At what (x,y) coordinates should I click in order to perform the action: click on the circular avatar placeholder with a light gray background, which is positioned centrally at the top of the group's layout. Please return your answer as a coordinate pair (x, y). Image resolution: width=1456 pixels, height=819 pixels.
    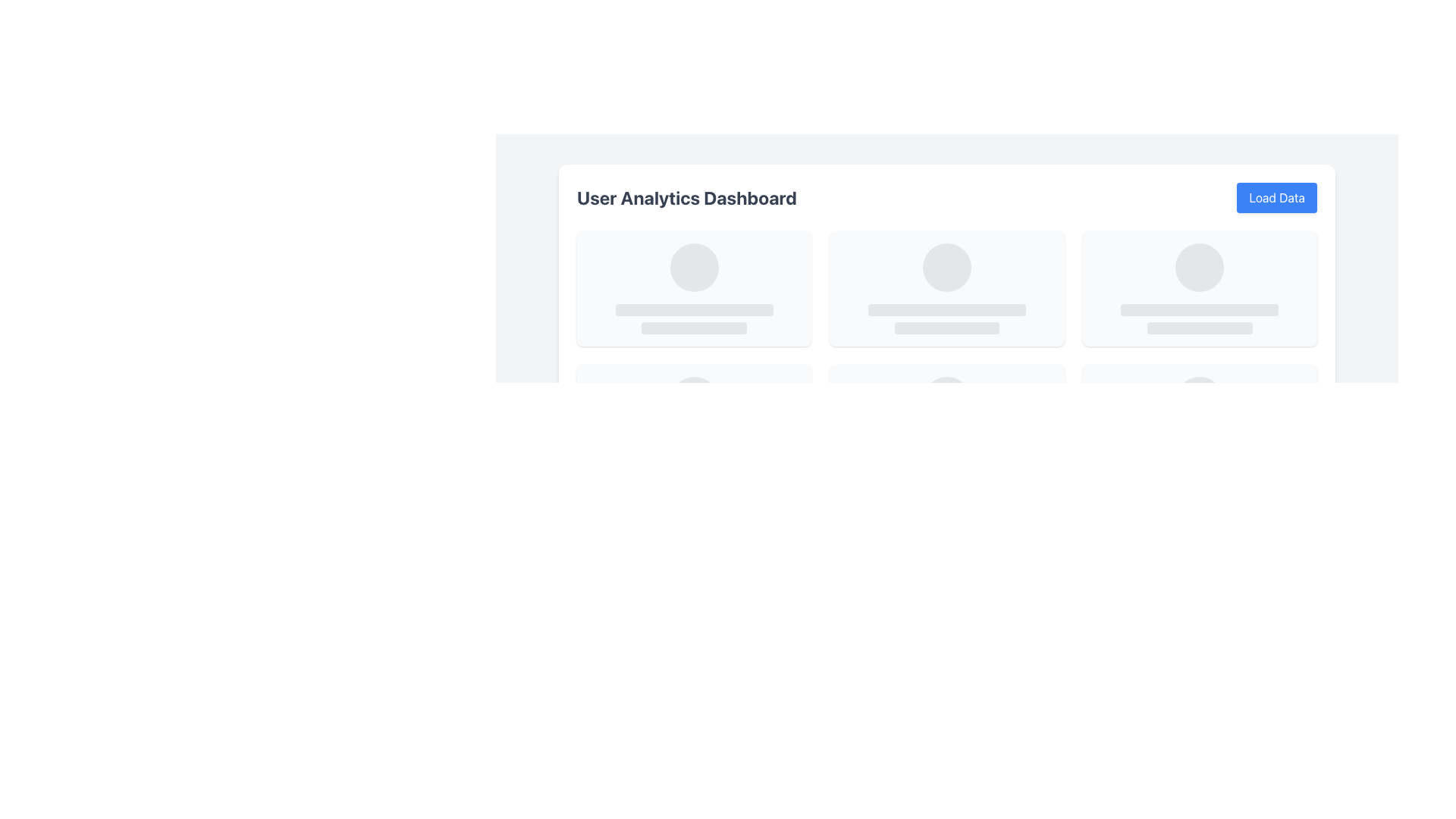
    Looking at the image, I should click on (946, 400).